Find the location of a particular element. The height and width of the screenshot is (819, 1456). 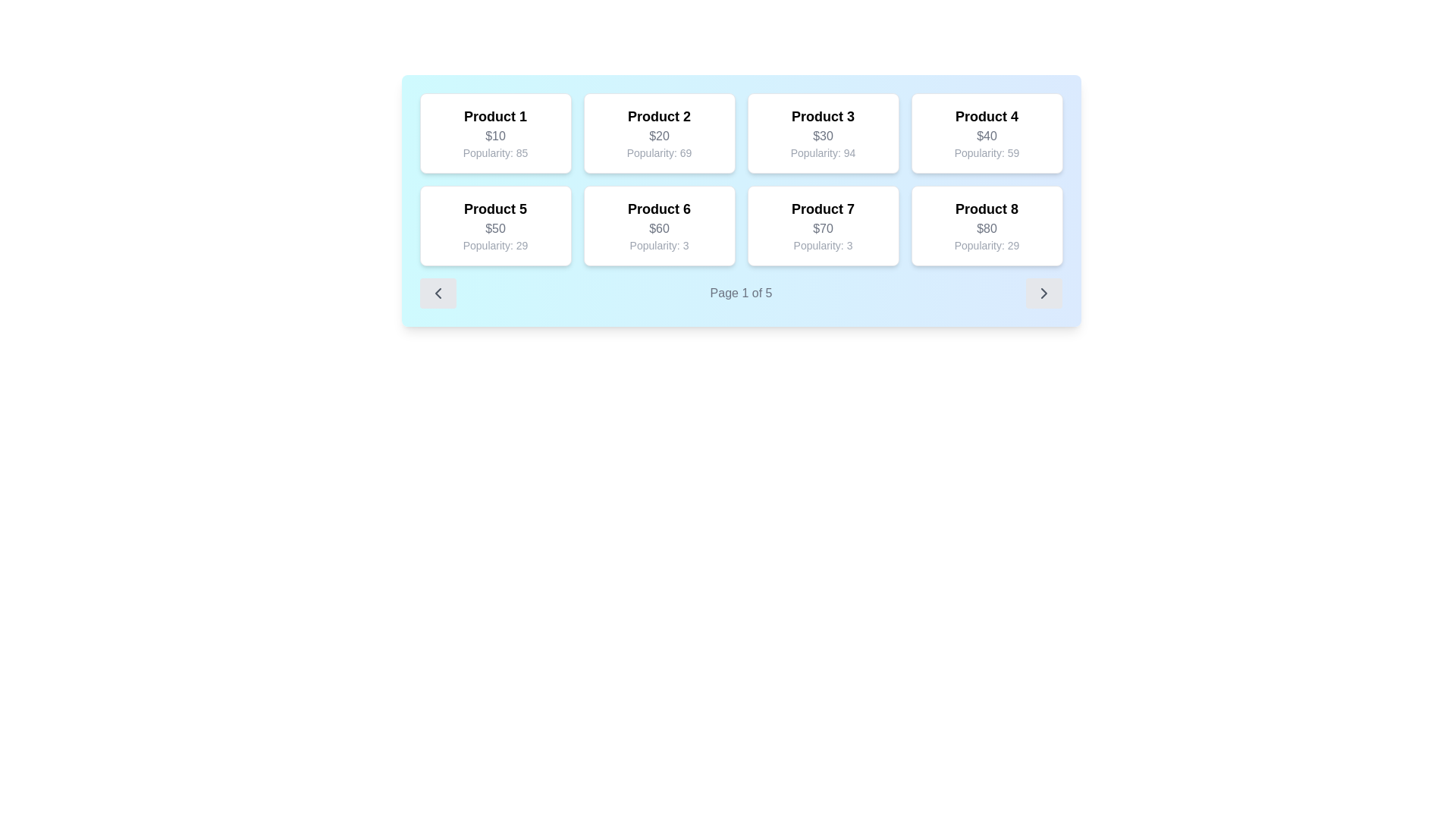

the static text label displaying the price of 'Product 3', which is positioned below the title and above the popularity information within the card is located at coordinates (822, 136).